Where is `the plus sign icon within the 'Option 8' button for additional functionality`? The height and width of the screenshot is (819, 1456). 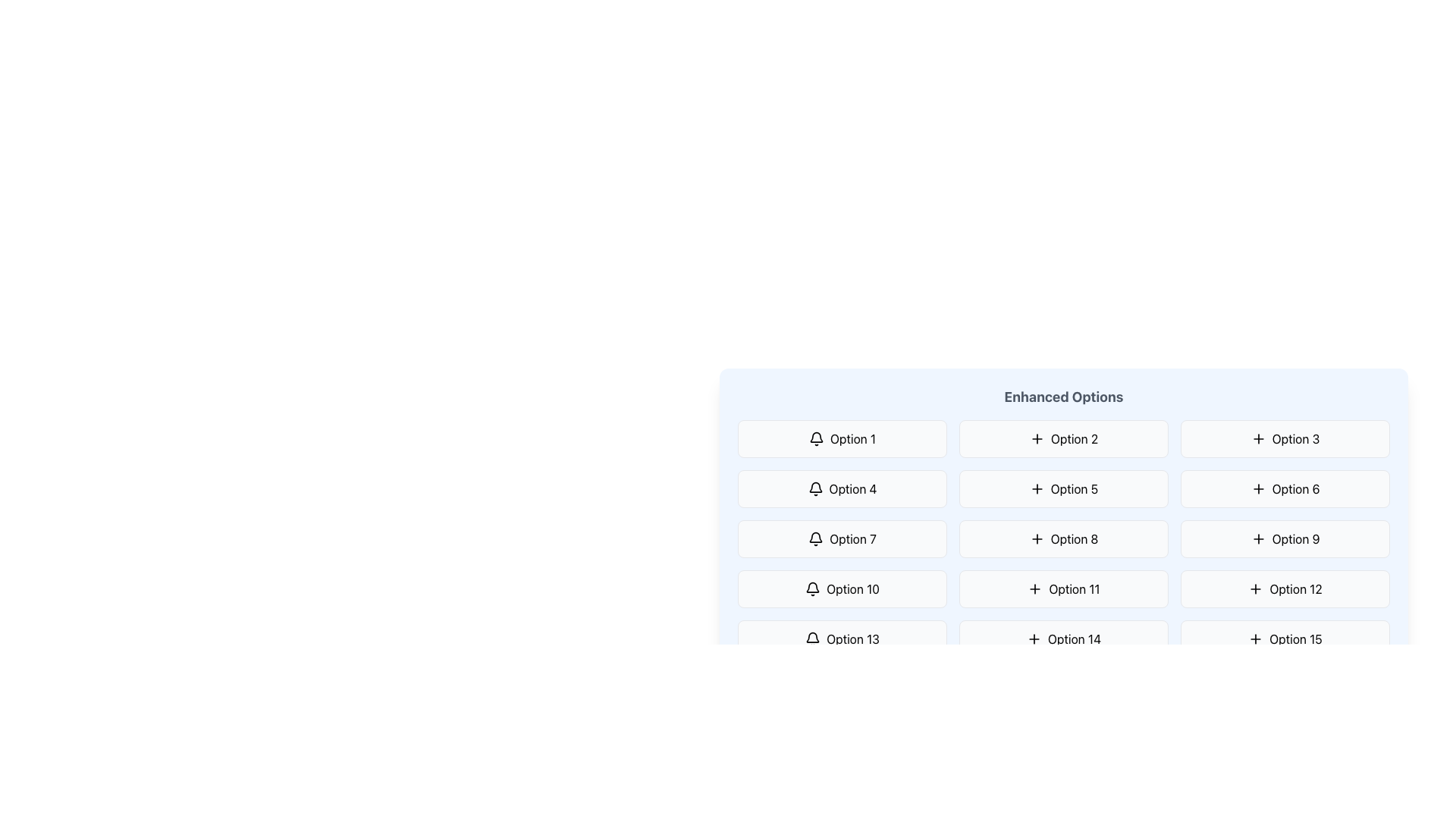 the plus sign icon within the 'Option 8' button for additional functionality is located at coordinates (1036, 538).